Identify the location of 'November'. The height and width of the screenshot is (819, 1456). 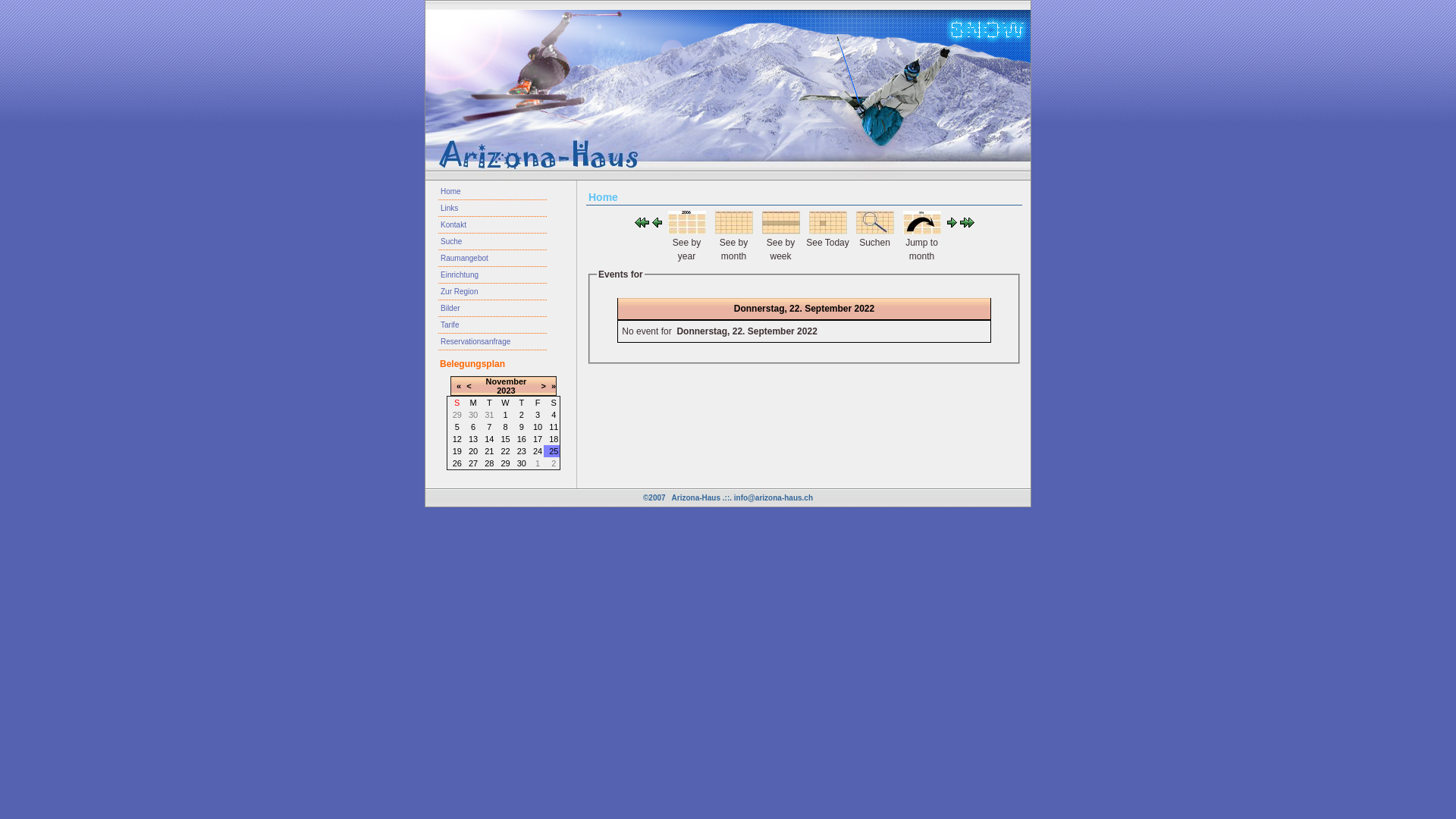
(506, 380).